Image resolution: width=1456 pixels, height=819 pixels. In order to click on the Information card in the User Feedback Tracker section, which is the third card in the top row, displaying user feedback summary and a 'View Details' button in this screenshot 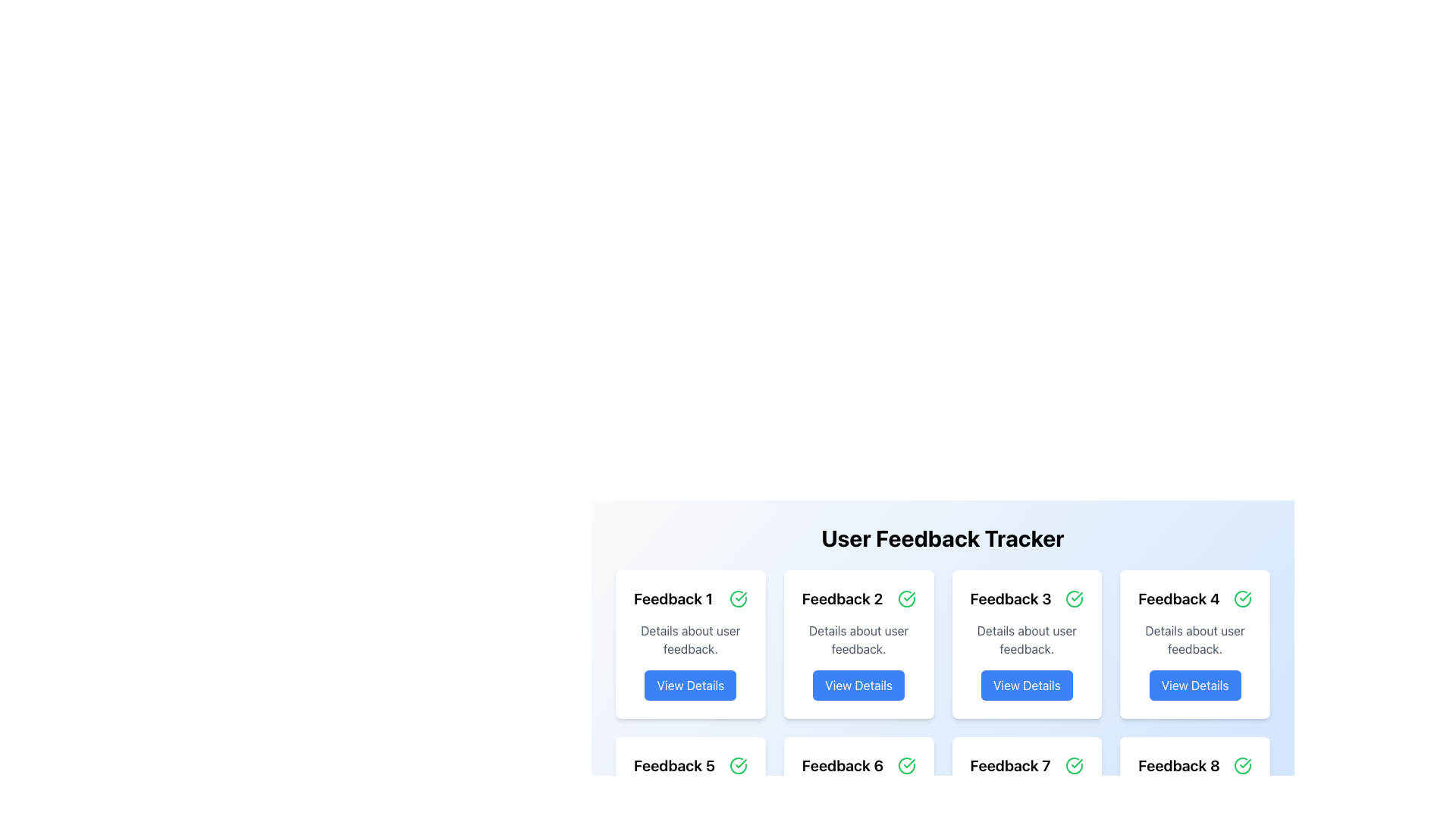, I will do `click(1027, 644)`.